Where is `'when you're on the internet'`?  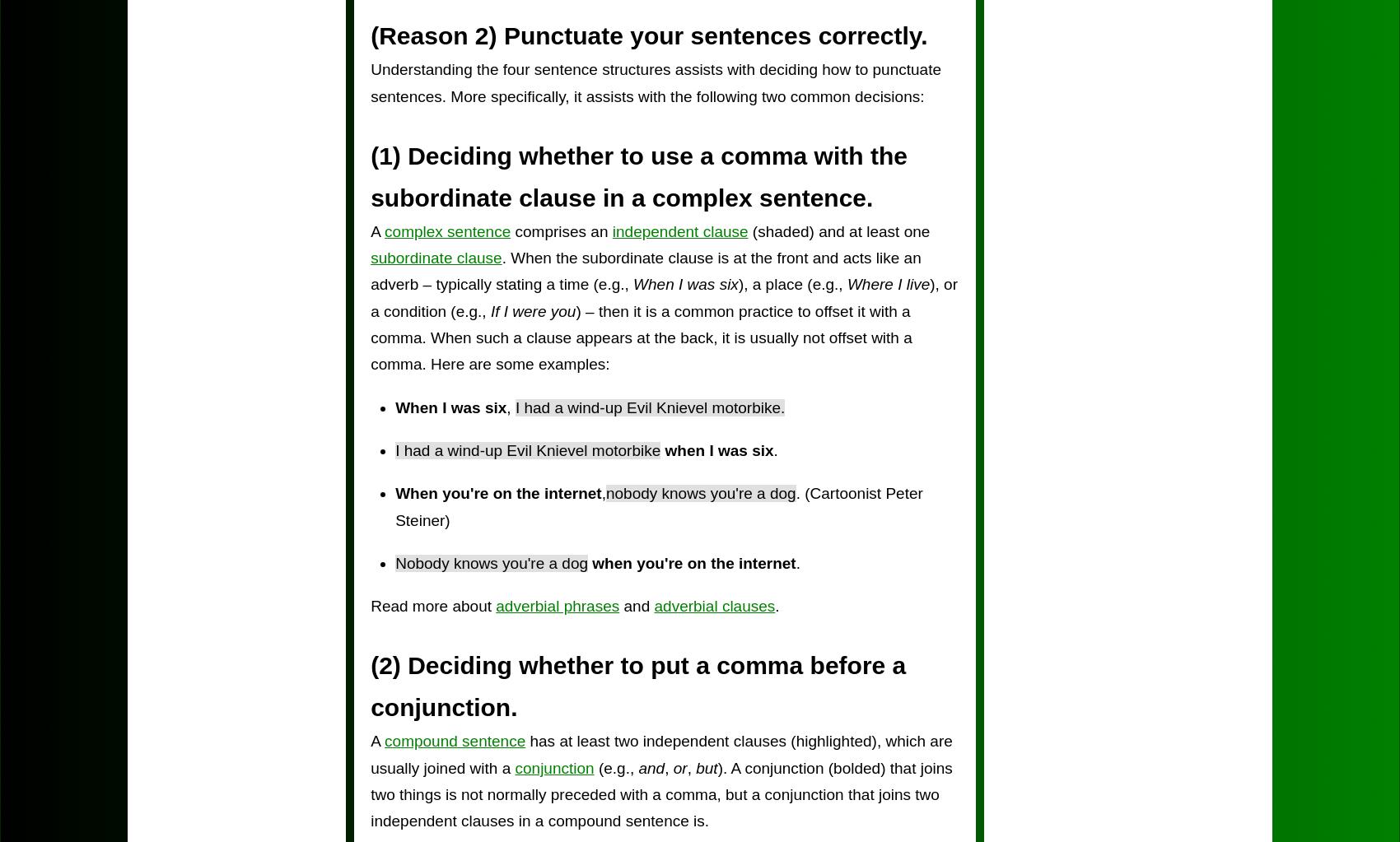 'when you're on the internet' is located at coordinates (693, 561).